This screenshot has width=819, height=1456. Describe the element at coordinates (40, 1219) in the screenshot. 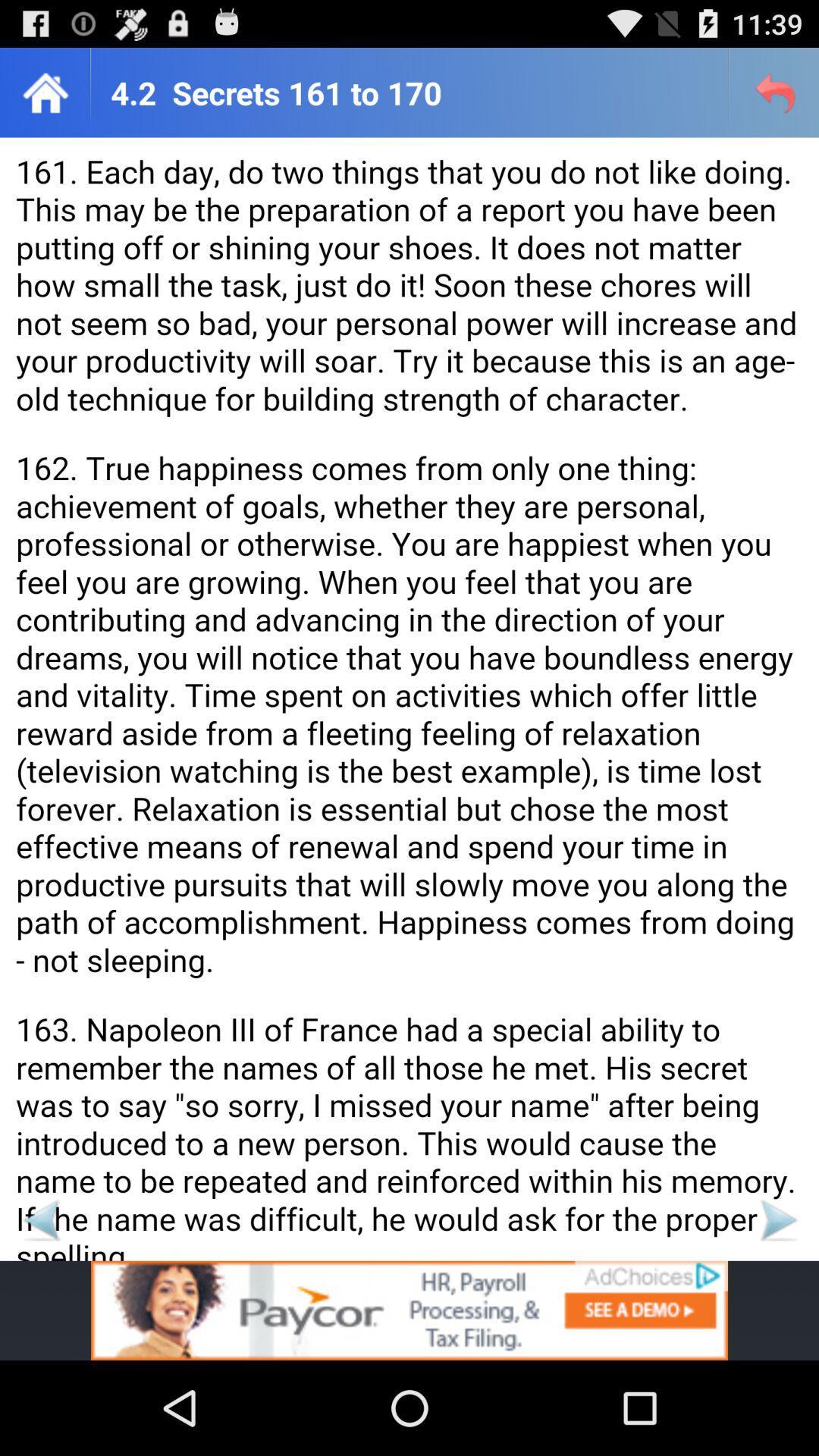

I see `turn page` at that location.